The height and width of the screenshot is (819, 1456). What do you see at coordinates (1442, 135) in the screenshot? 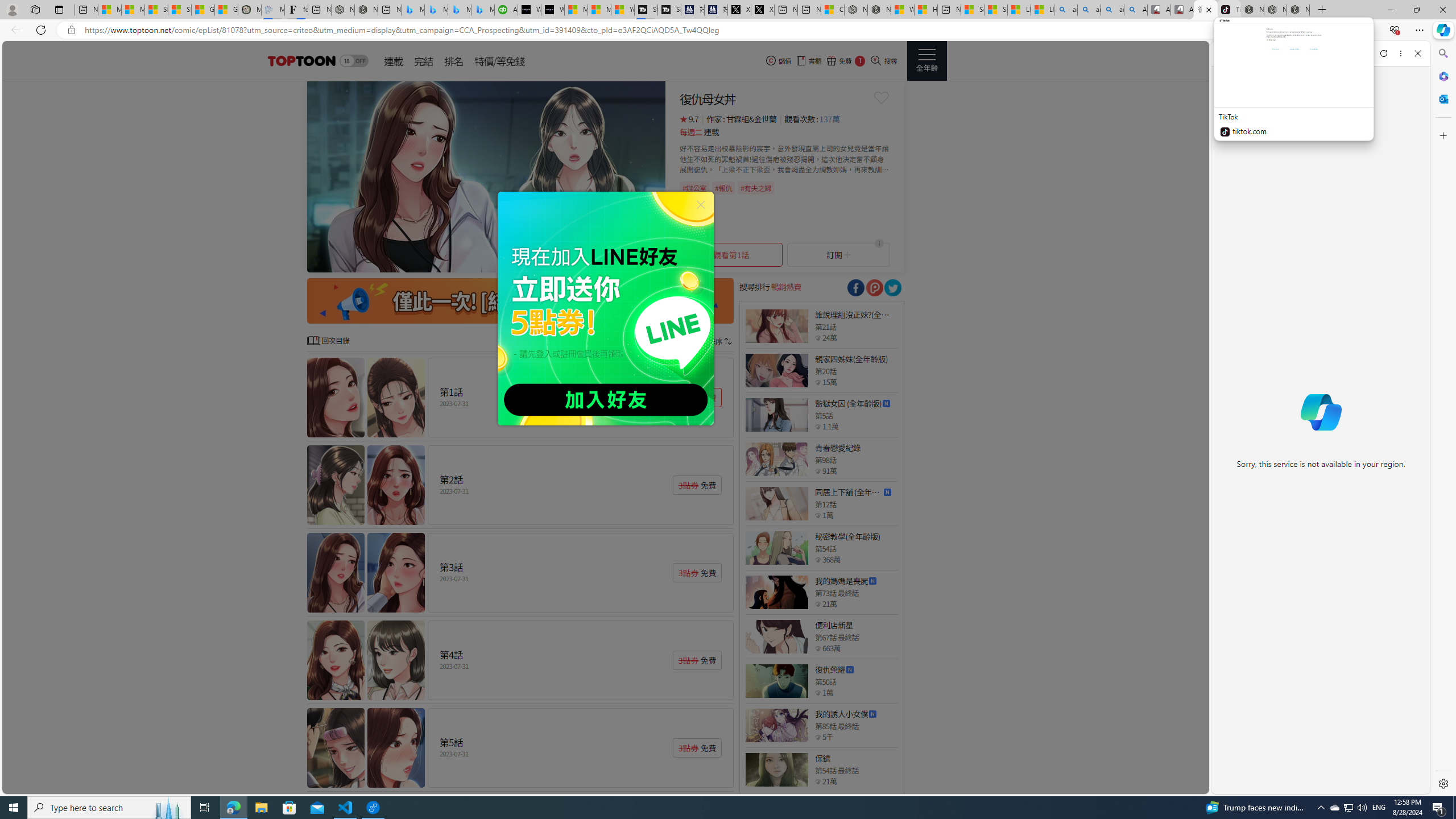
I see `'Customize'` at bounding box center [1442, 135].